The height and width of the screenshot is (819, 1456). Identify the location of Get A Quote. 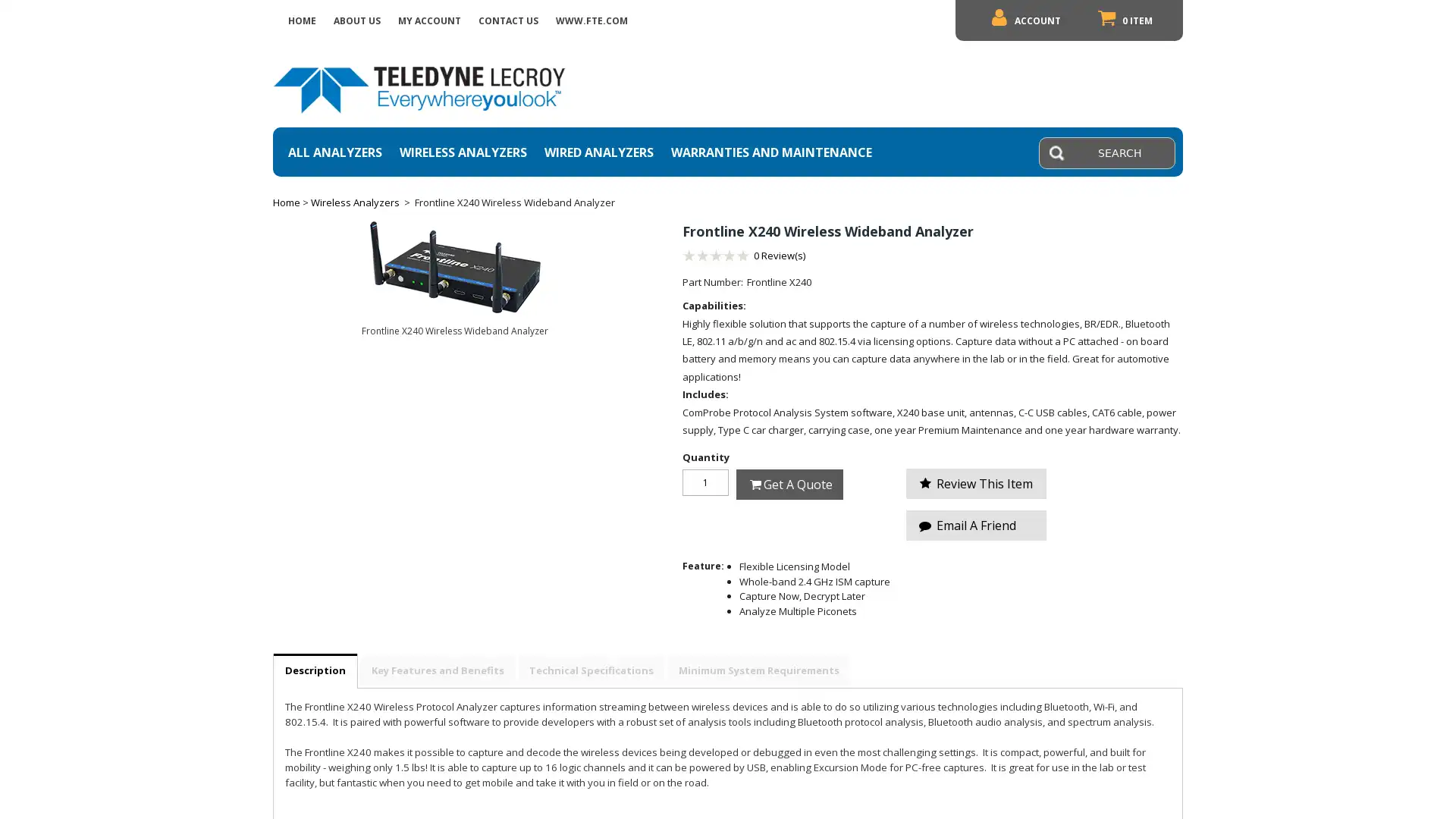
(789, 483).